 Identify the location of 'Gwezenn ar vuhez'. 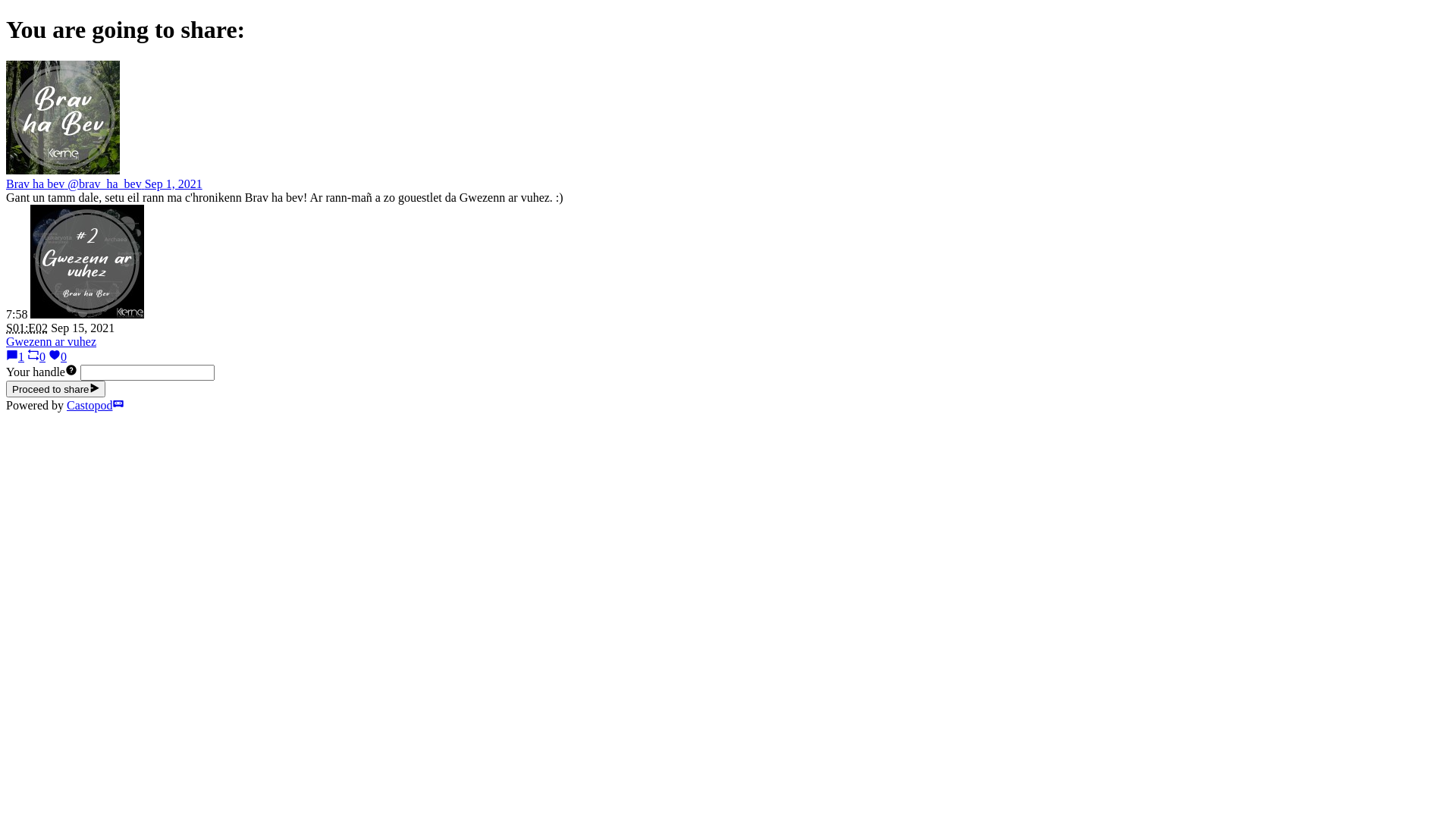
(51, 341).